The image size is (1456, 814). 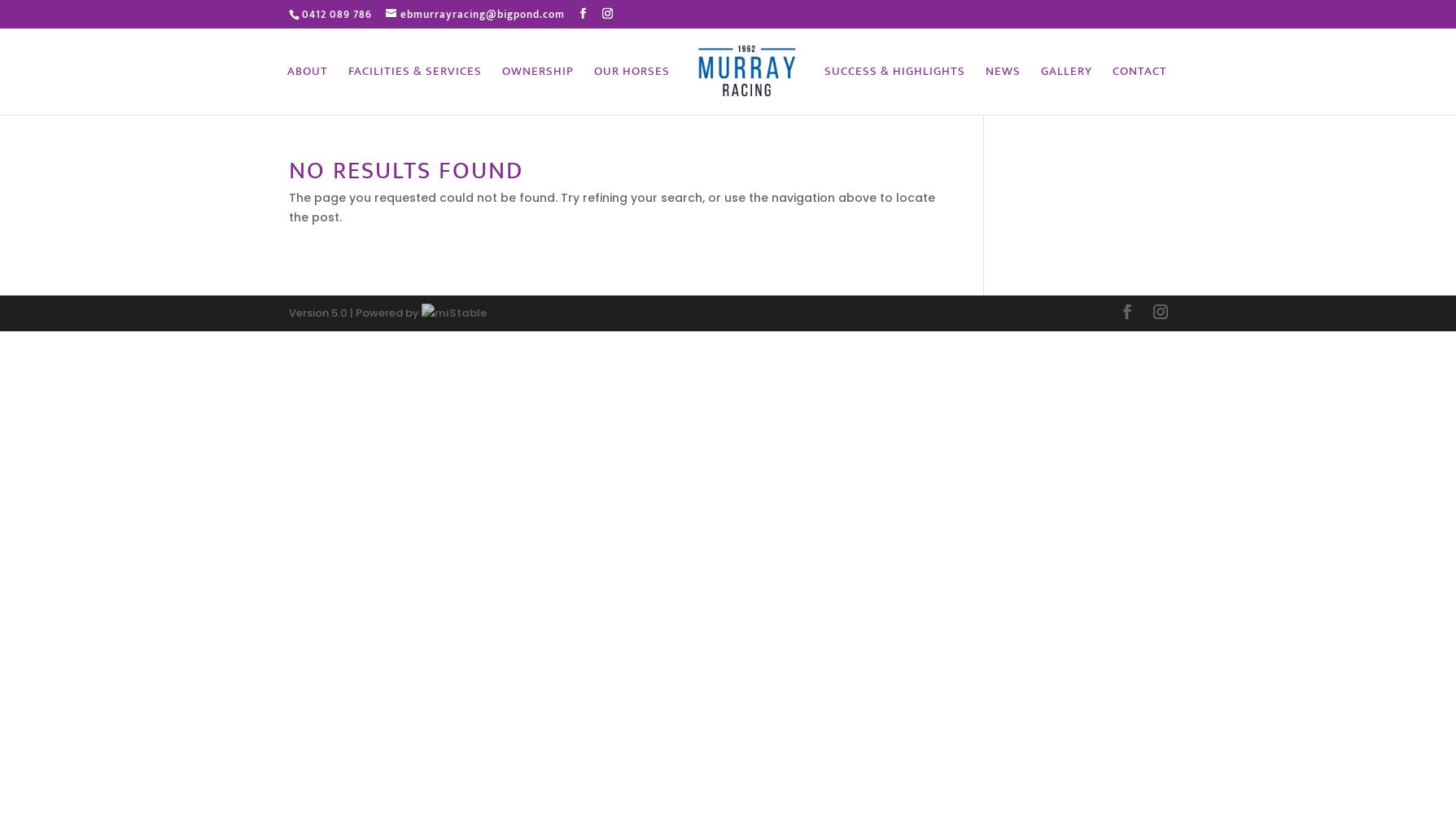 What do you see at coordinates (335, 14) in the screenshot?
I see `'0412 089 786'` at bounding box center [335, 14].